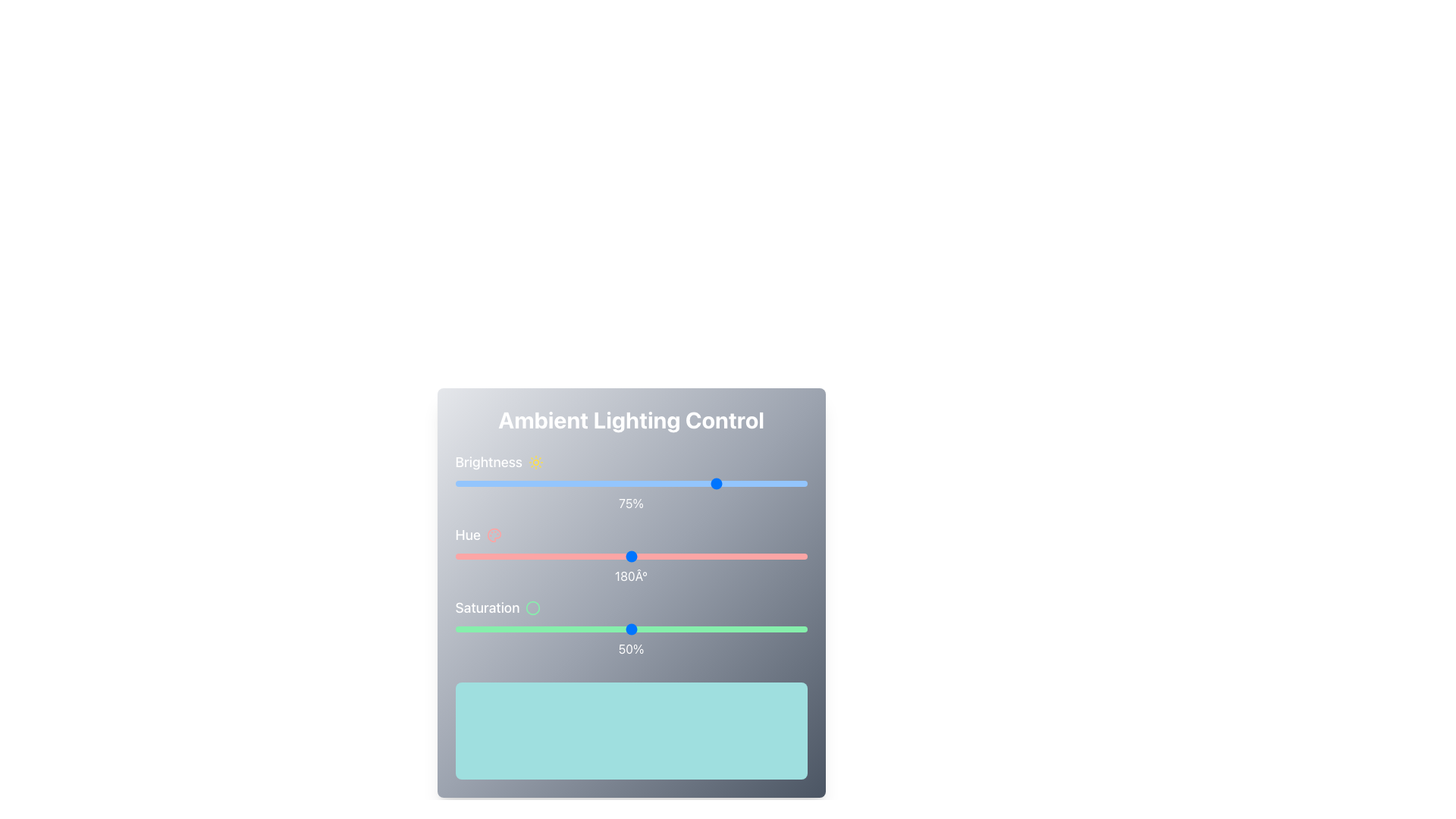 This screenshot has height=819, width=1456. Describe the element at coordinates (631, 555) in the screenshot. I see `the slider control for 'Hue'` at that location.